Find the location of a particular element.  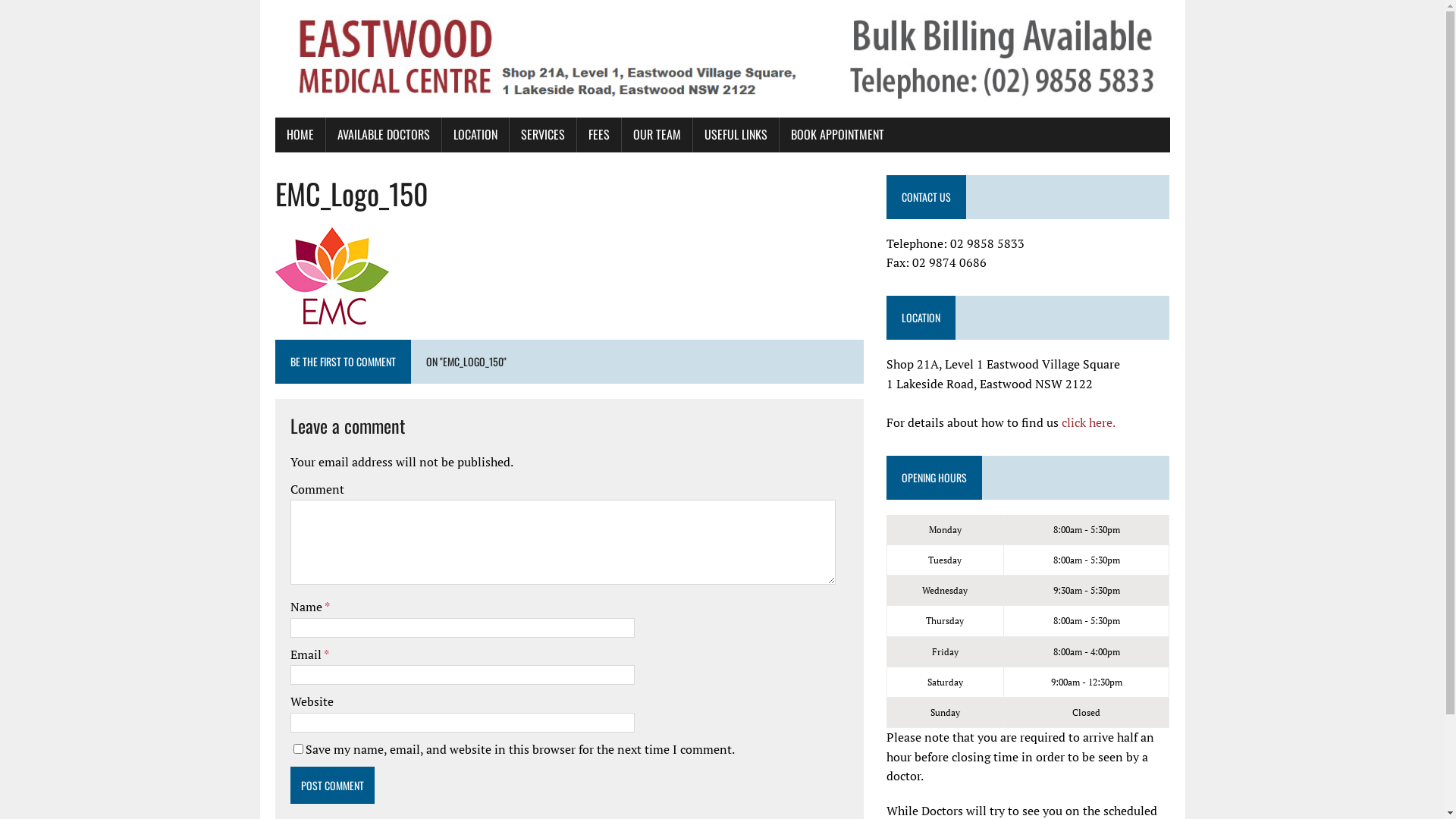

'USEFUL LINKS' is located at coordinates (736, 133).